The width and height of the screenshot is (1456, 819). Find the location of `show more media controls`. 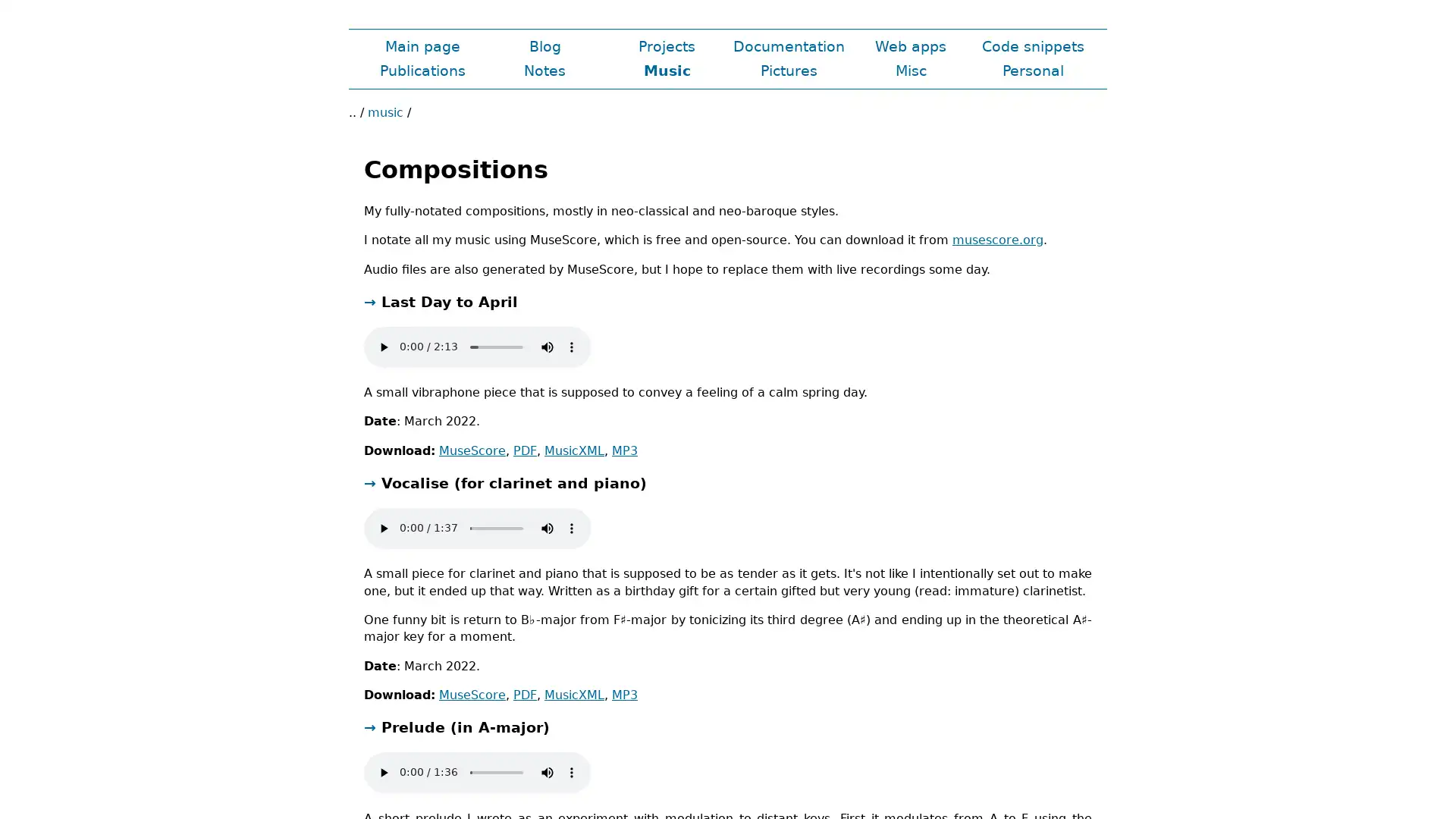

show more media controls is located at coordinates (570, 346).